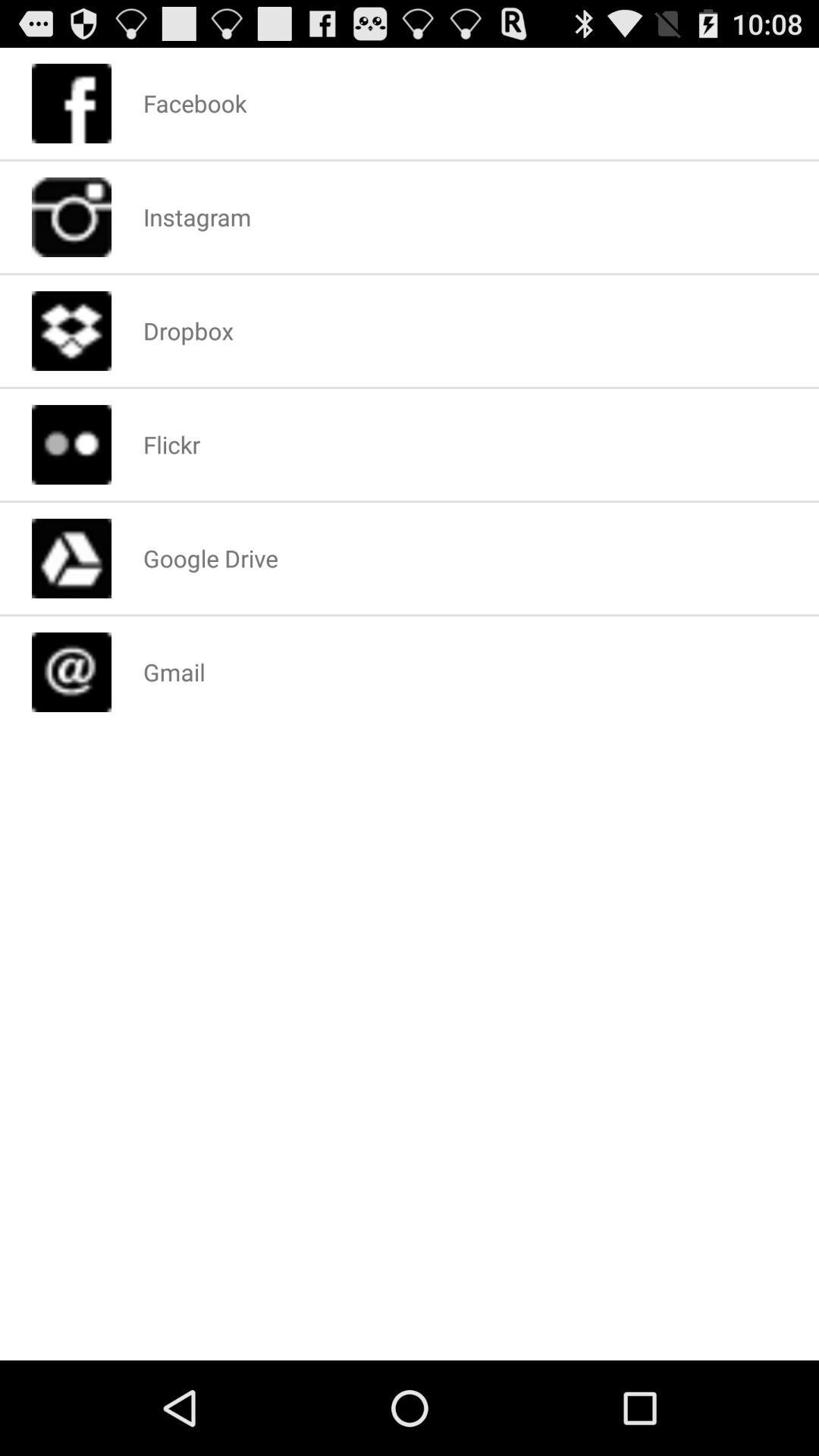 The width and height of the screenshot is (819, 1456). Describe the element at coordinates (171, 444) in the screenshot. I see `flickr icon` at that location.